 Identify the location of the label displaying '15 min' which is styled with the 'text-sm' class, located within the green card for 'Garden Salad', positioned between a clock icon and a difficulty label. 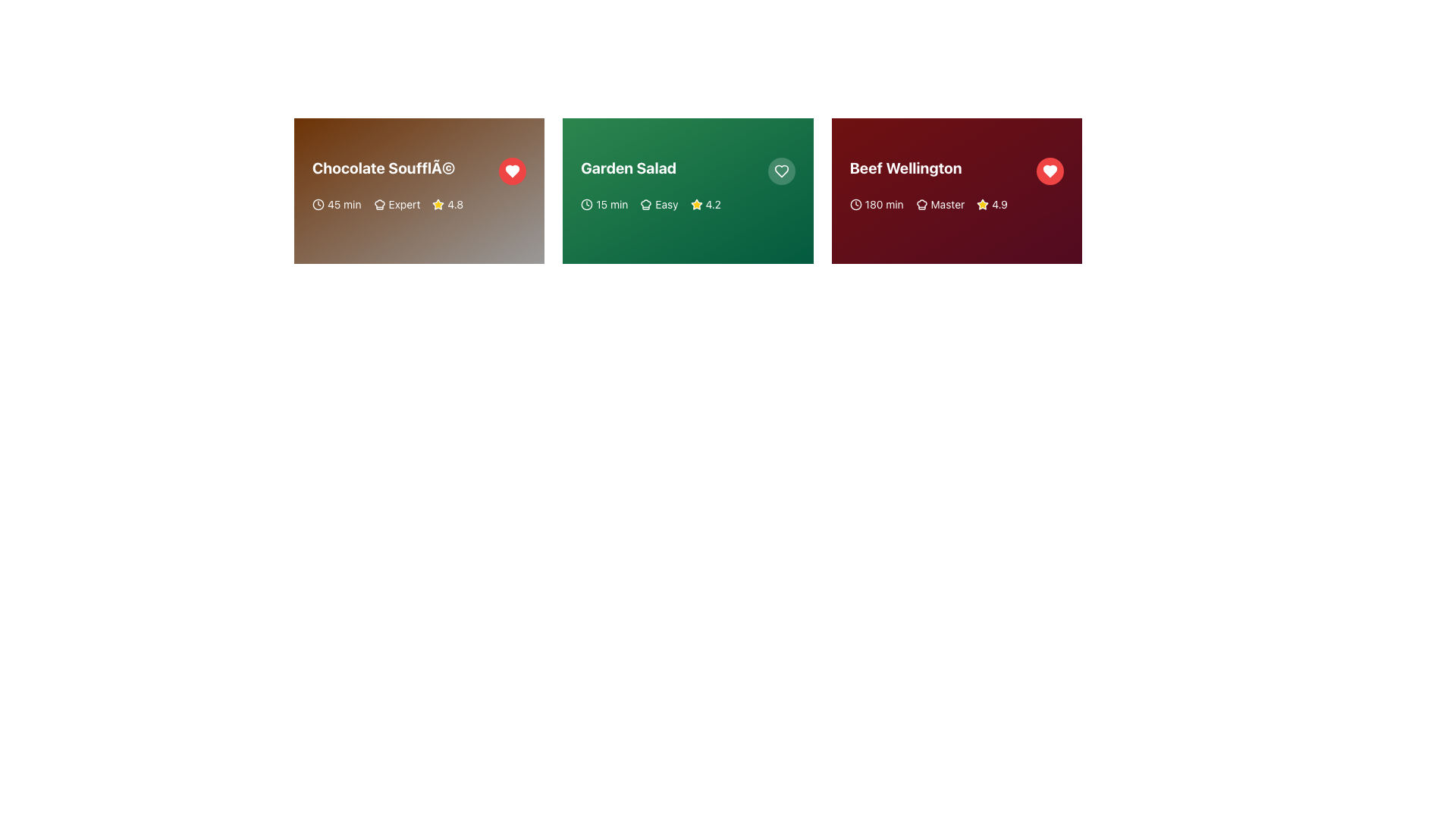
(612, 205).